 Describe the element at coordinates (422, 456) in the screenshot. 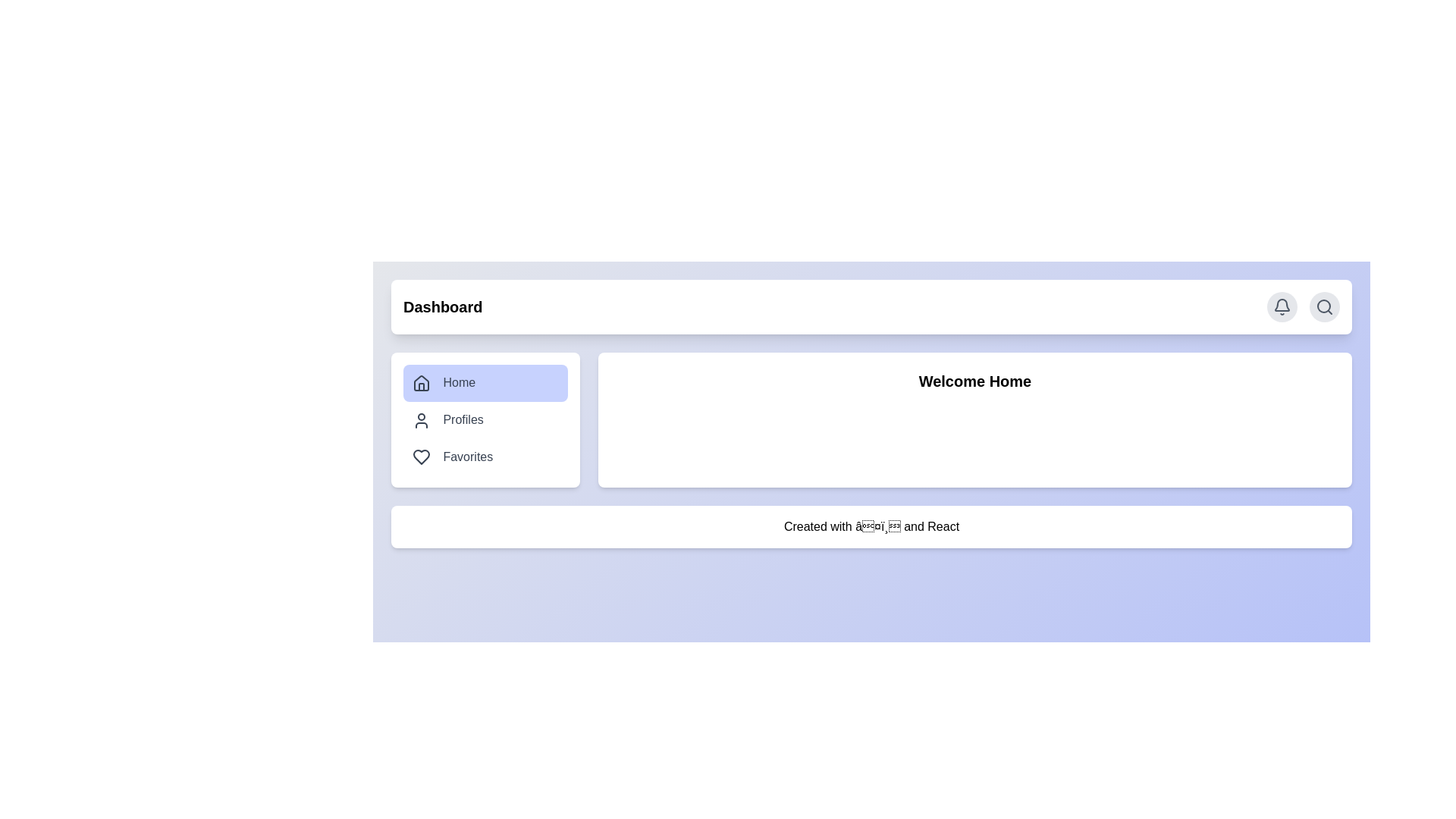

I see `the heart icon in the vertical navigation menu` at that location.